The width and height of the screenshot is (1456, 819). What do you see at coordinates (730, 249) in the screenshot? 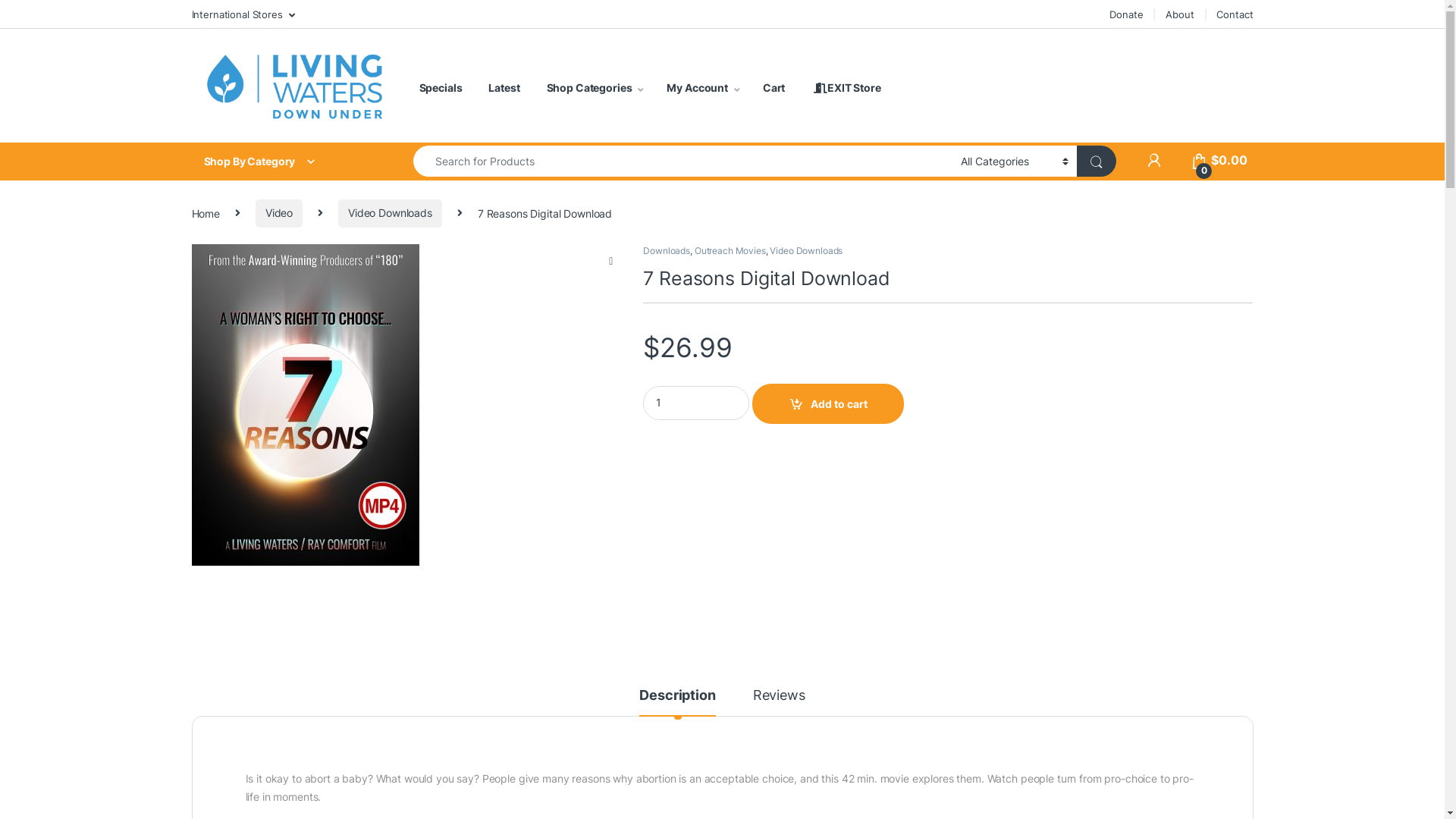
I see `'Outreach Movies'` at bounding box center [730, 249].